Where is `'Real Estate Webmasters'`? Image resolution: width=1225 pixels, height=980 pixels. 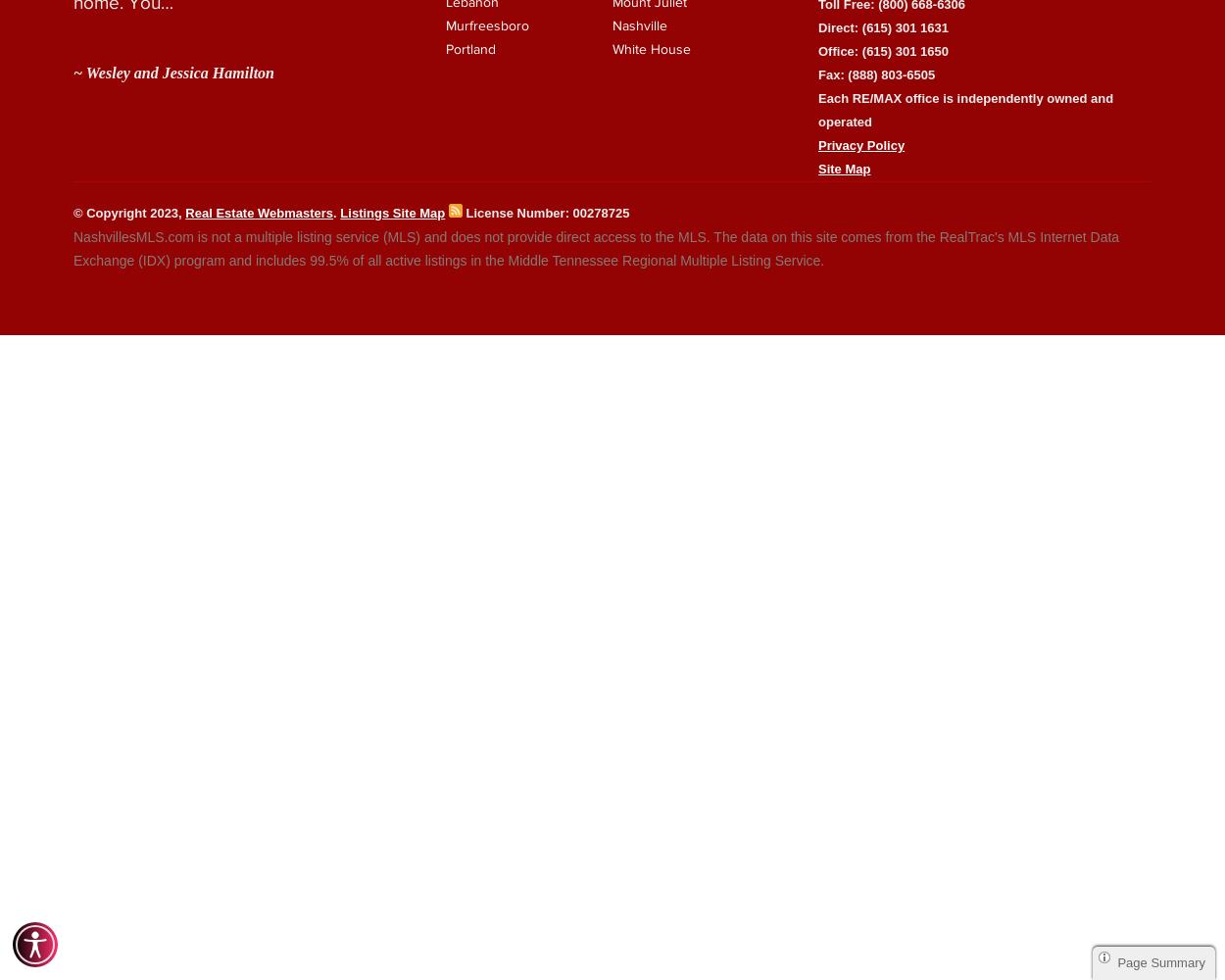
'Real Estate Webmasters' is located at coordinates (259, 211).